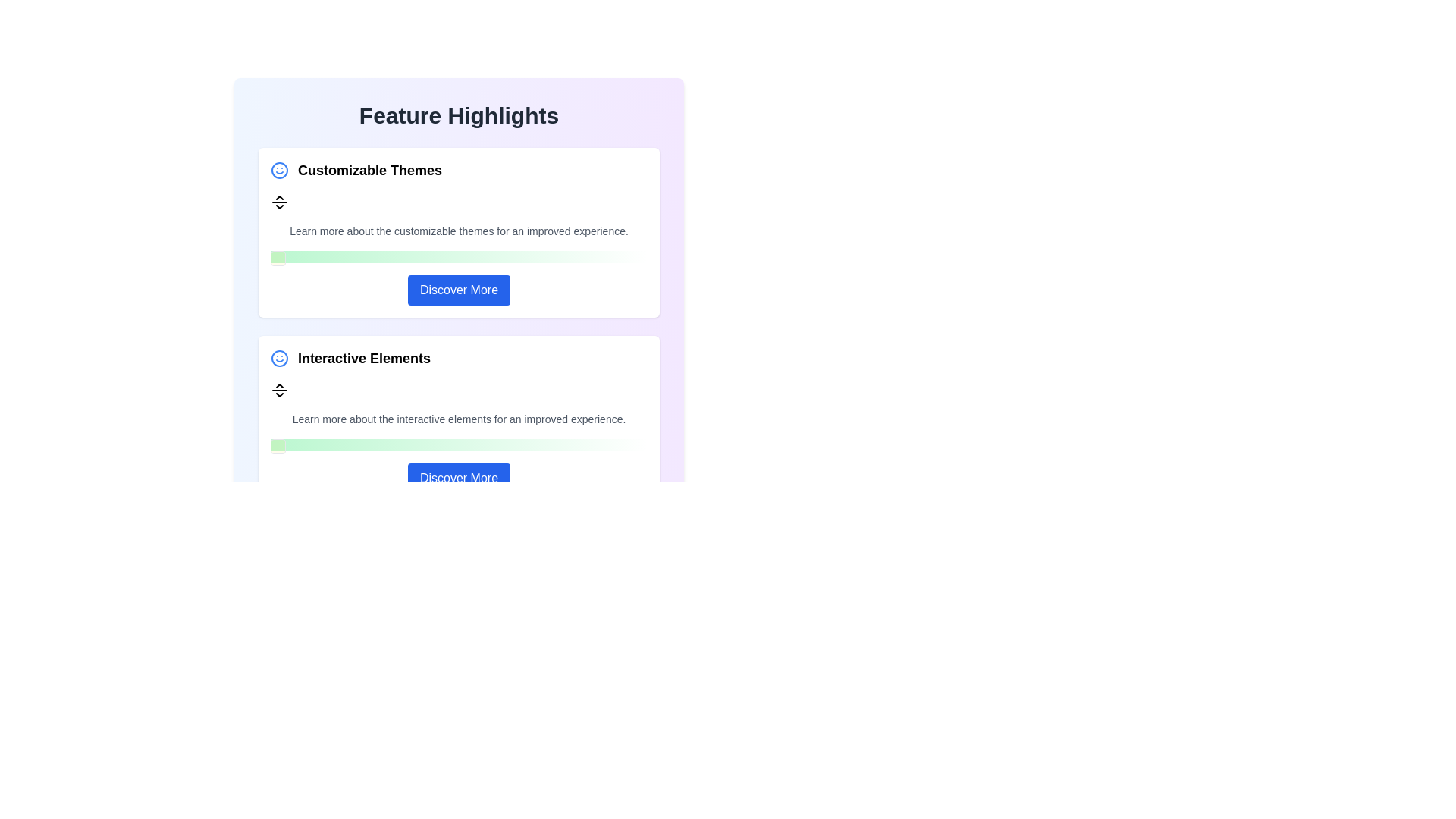  Describe the element at coordinates (364, 359) in the screenshot. I see `the 'Interactive Elements' text label which is bold and prominently styled, located in the second card of the feature highlights list, to the right of a smiley face icon` at that location.